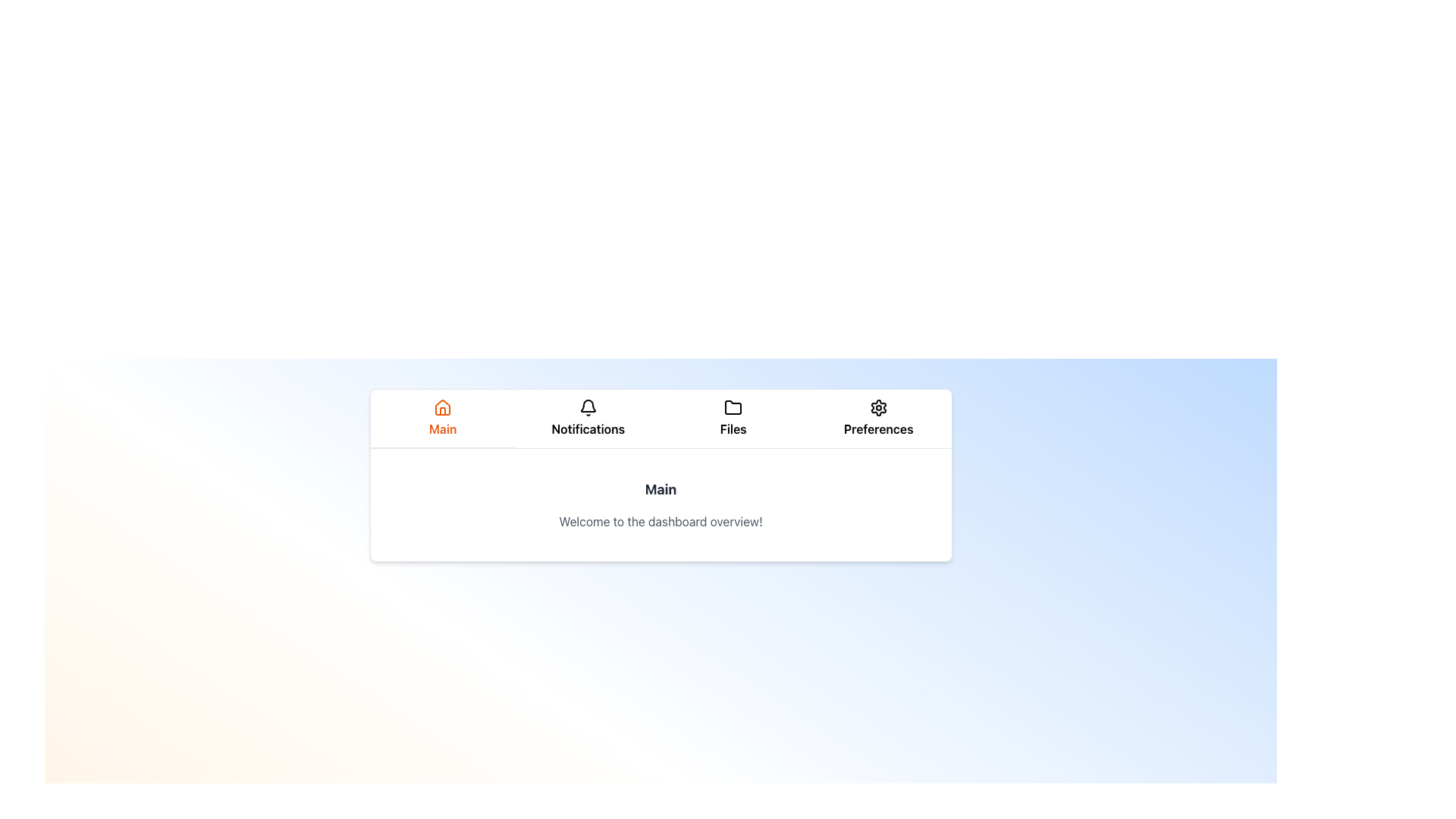  What do you see at coordinates (878, 406) in the screenshot?
I see `the central gear component of the settings icon located at the top navigation menu under the 'Preferences' label` at bounding box center [878, 406].